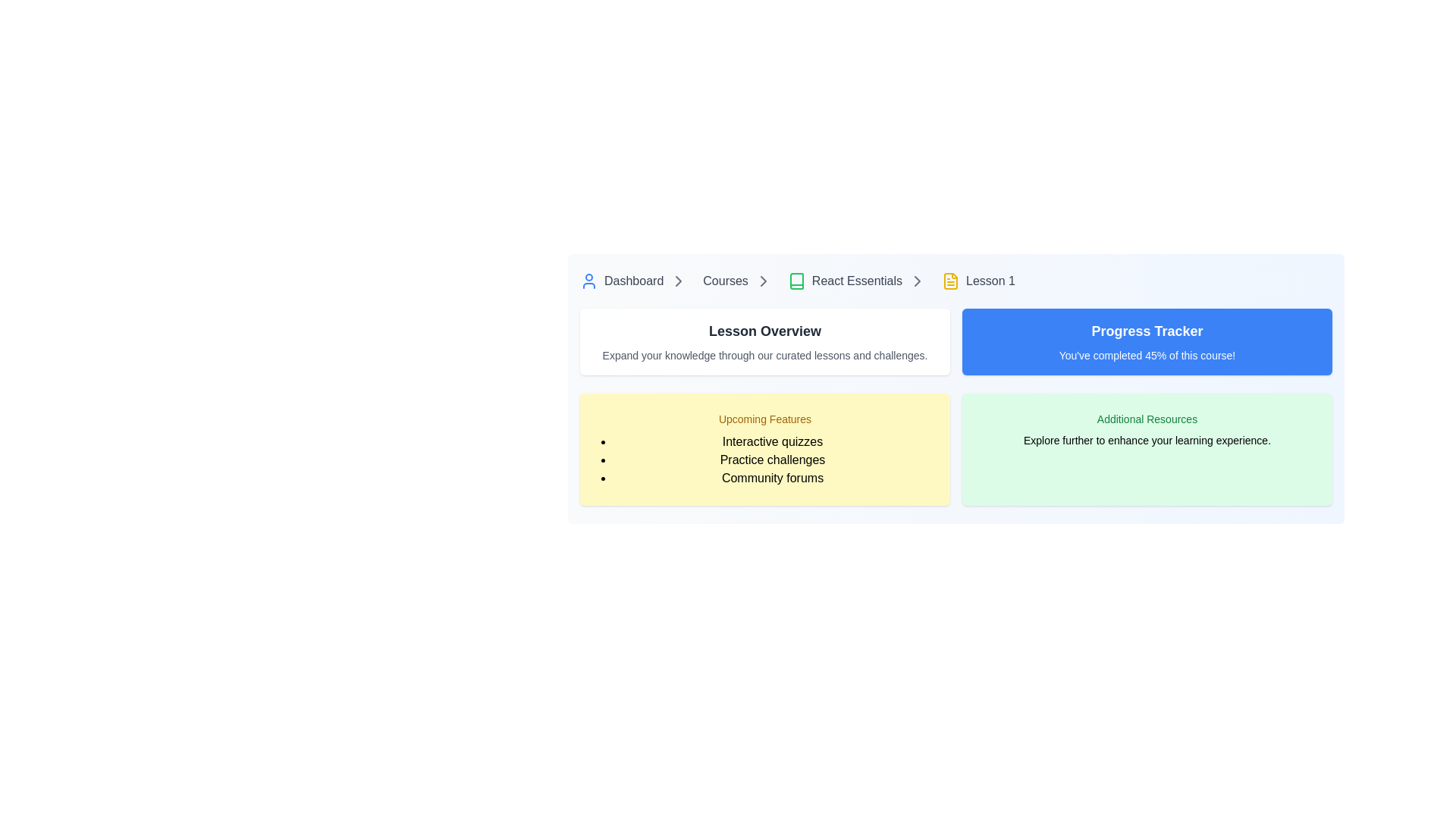 The width and height of the screenshot is (1456, 819). I want to click on the text label 'Community forums' which is the third item in the bullet list under the 'Upcoming Features' section, highlighted in yellow, so click(772, 479).